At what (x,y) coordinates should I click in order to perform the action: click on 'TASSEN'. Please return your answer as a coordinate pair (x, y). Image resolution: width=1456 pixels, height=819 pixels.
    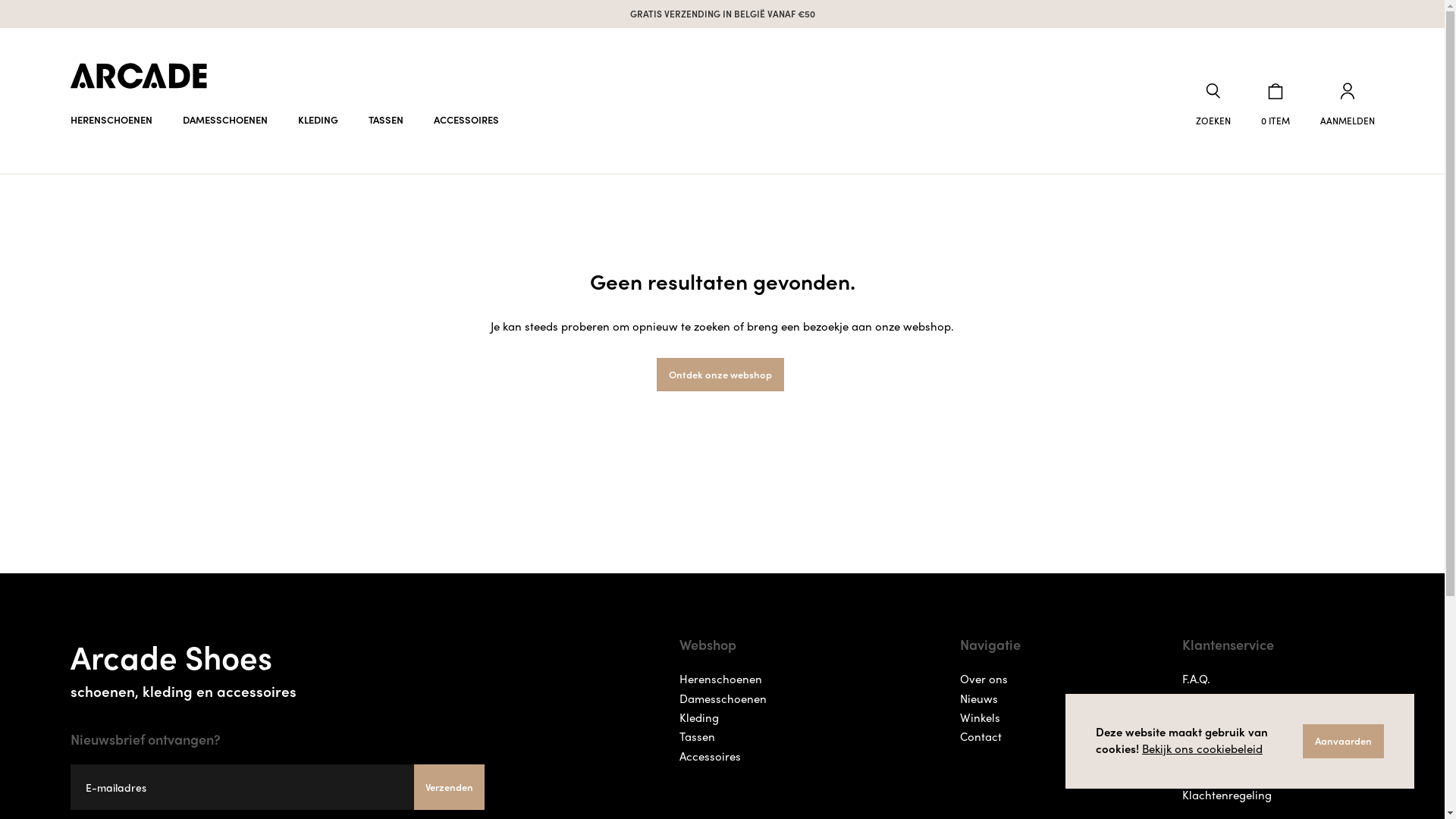
    Looking at the image, I should click on (385, 118).